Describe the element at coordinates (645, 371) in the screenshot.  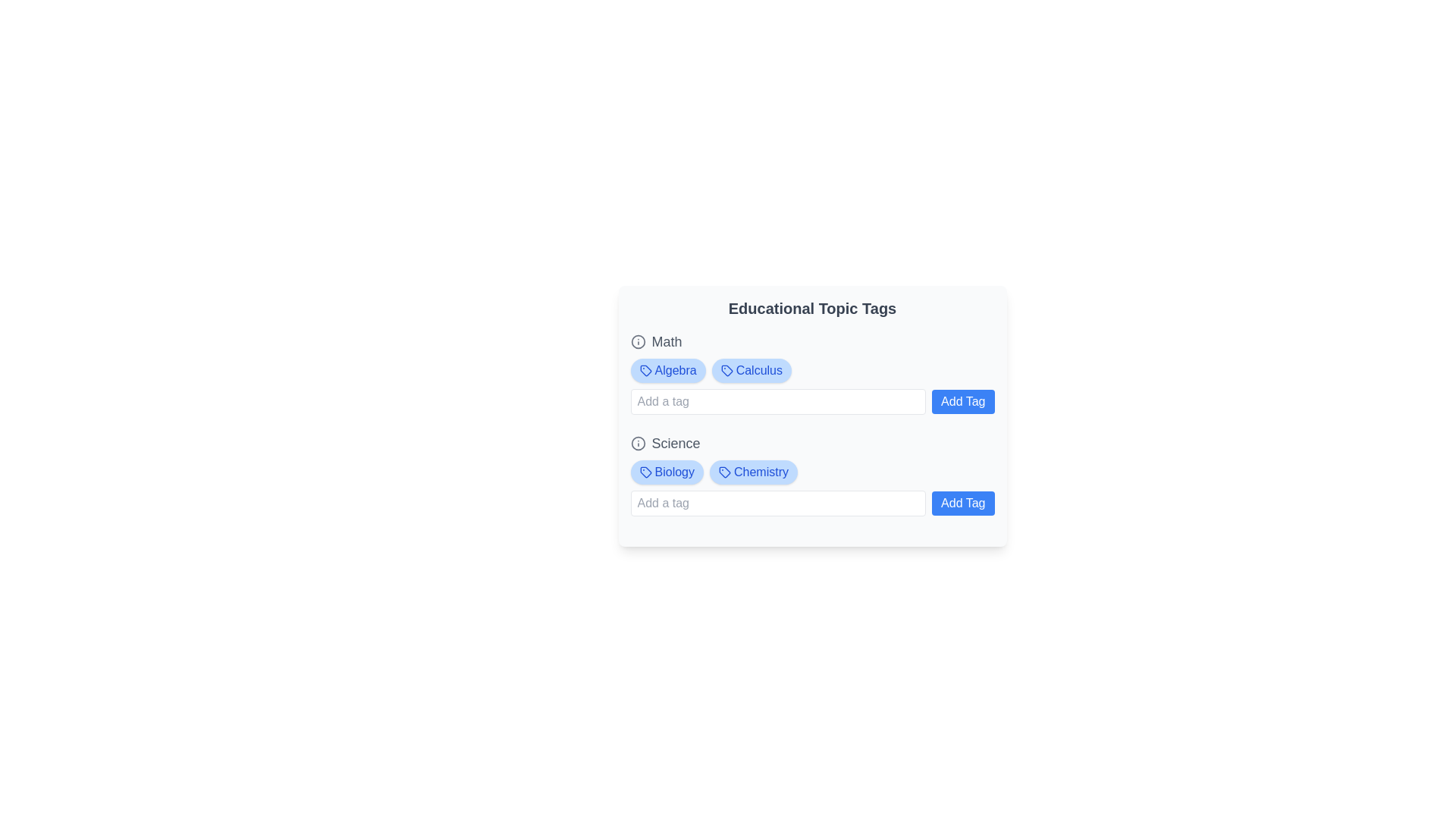
I see `the blue outlined tag-shaped icon representing a label in the 'Math' section, located to the left of the word 'Algebra'` at that location.